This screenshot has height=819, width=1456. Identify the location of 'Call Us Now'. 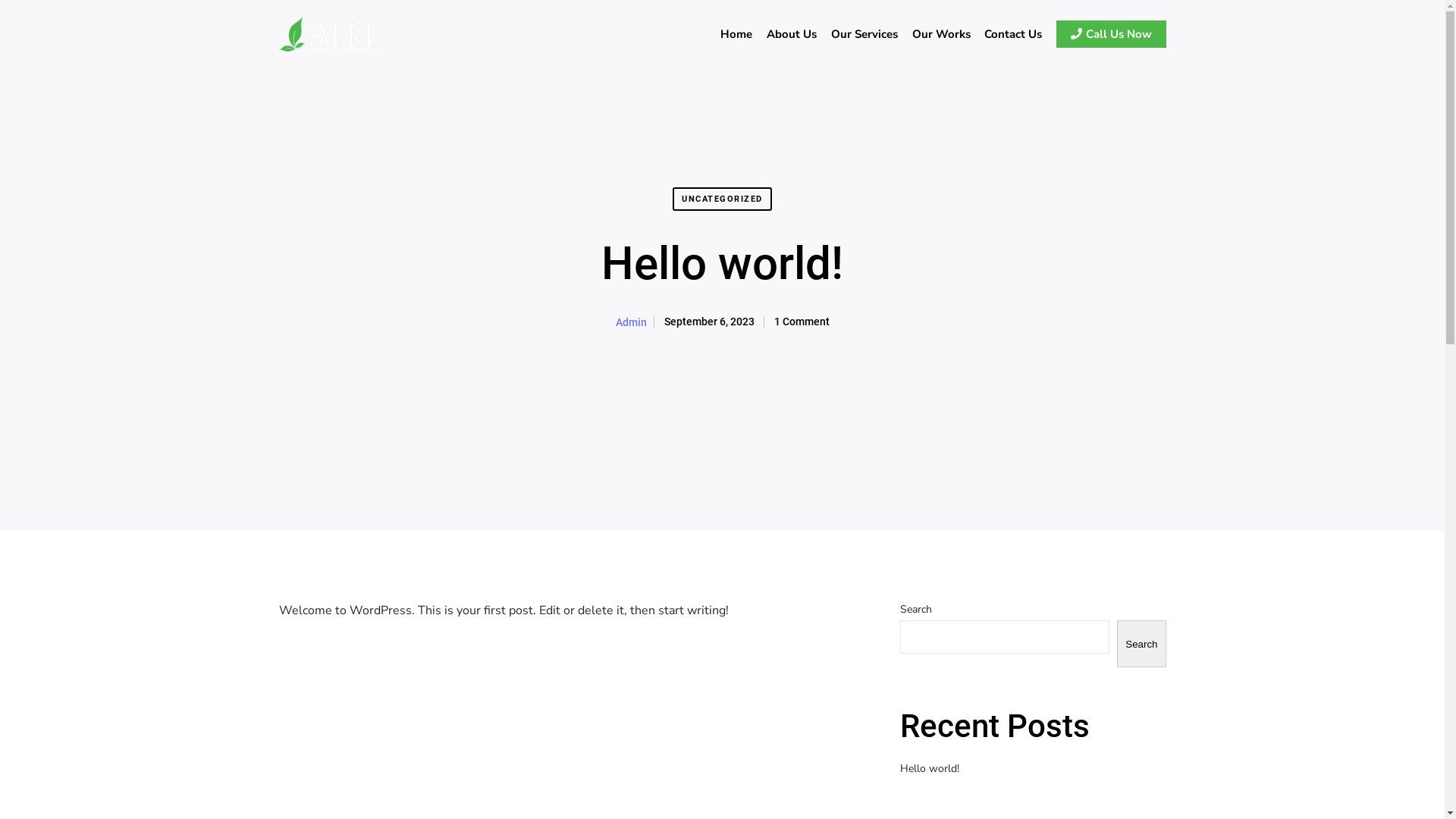
(1109, 34).